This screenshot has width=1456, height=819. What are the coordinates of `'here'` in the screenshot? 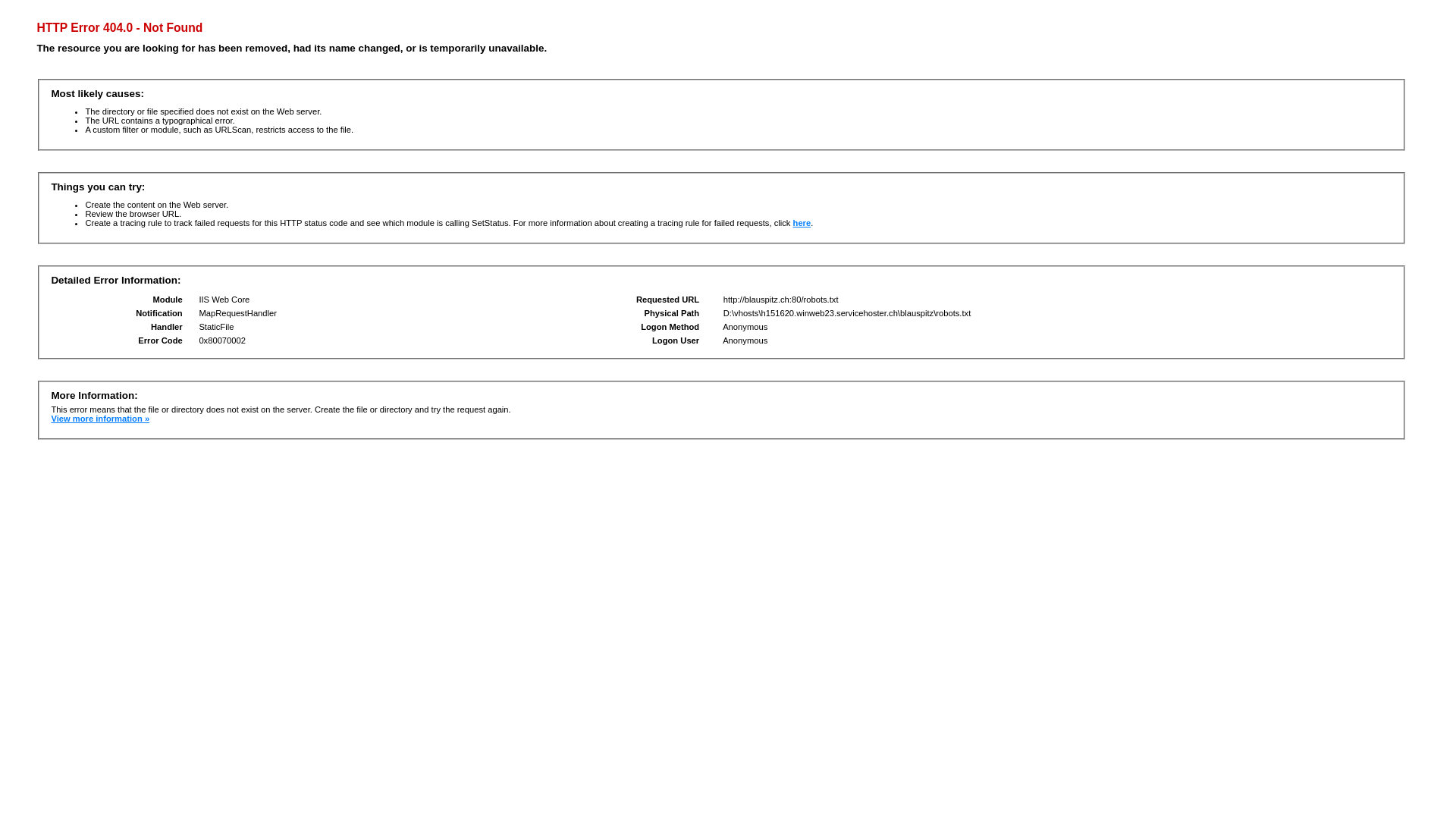 It's located at (792, 222).